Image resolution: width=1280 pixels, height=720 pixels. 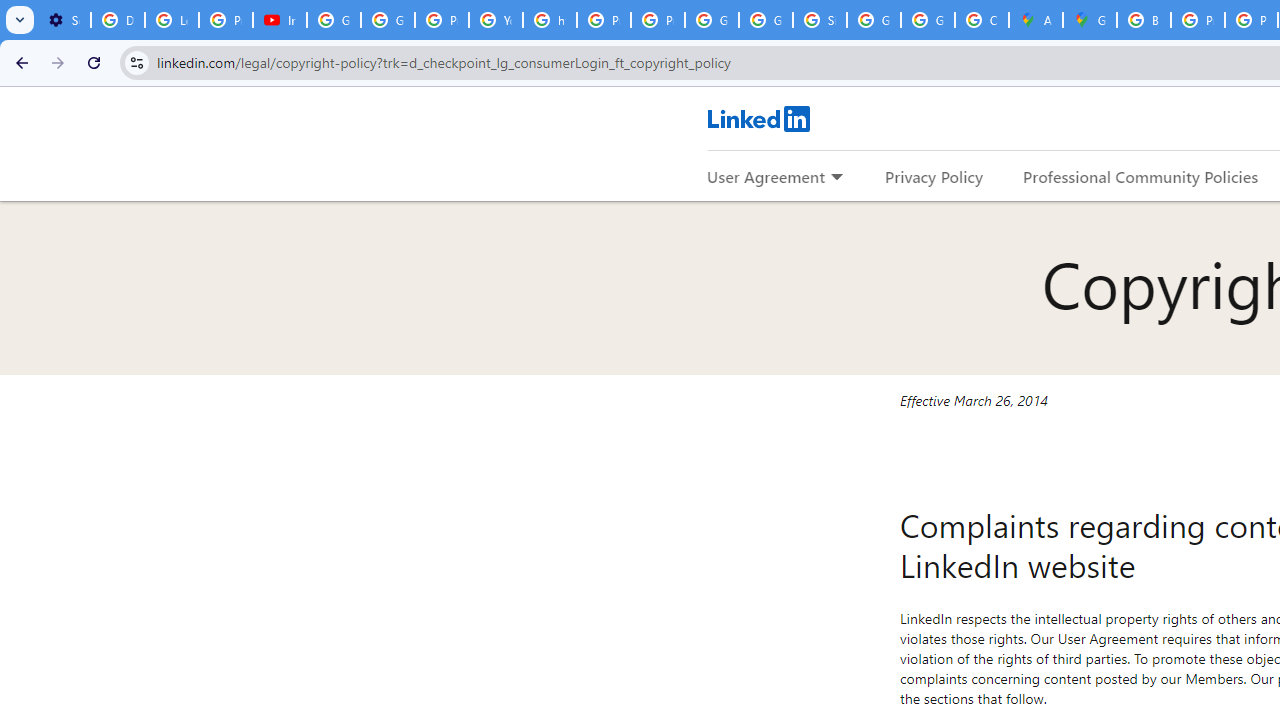 What do you see at coordinates (836, 177) in the screenshot?
I see `'Expand to show more links for User Agreement'` at bounding box center [836, 177].